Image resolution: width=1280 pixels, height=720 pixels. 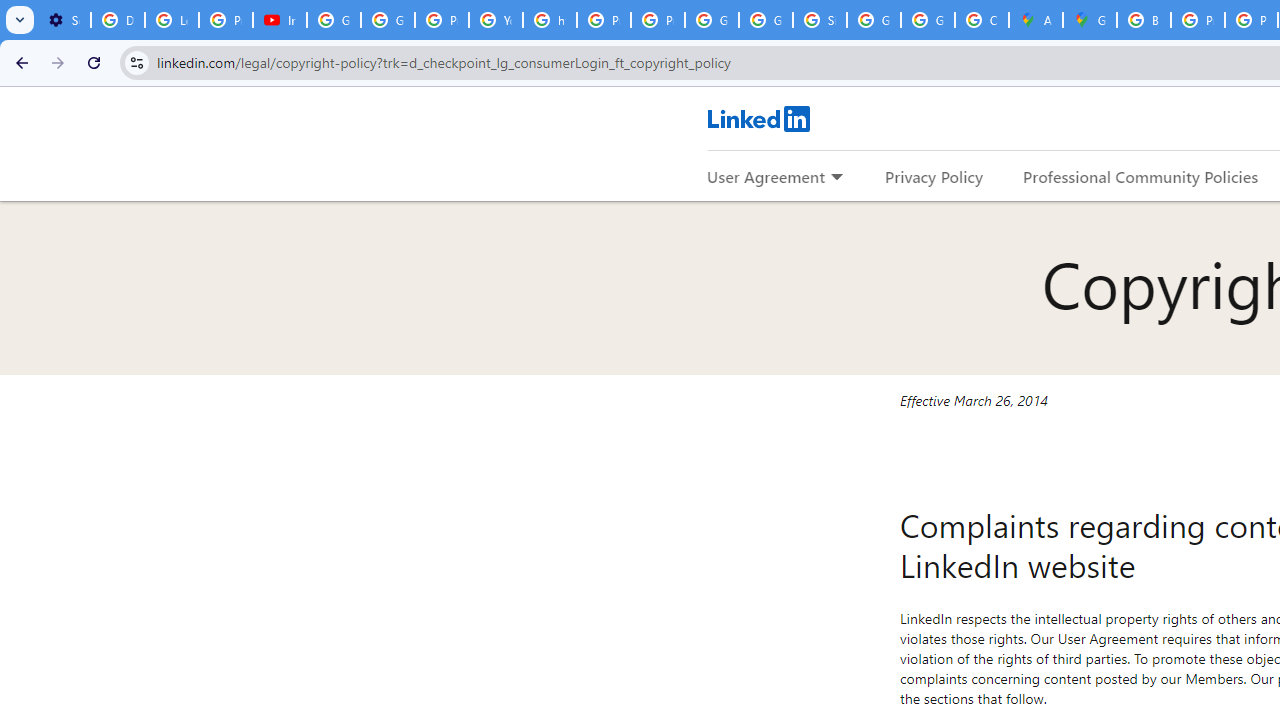 What do you see at coordinates (836, 177) in the screenshot?
I see `'Expand to show more links for User Agreement'` at bounding box center [836, 177].